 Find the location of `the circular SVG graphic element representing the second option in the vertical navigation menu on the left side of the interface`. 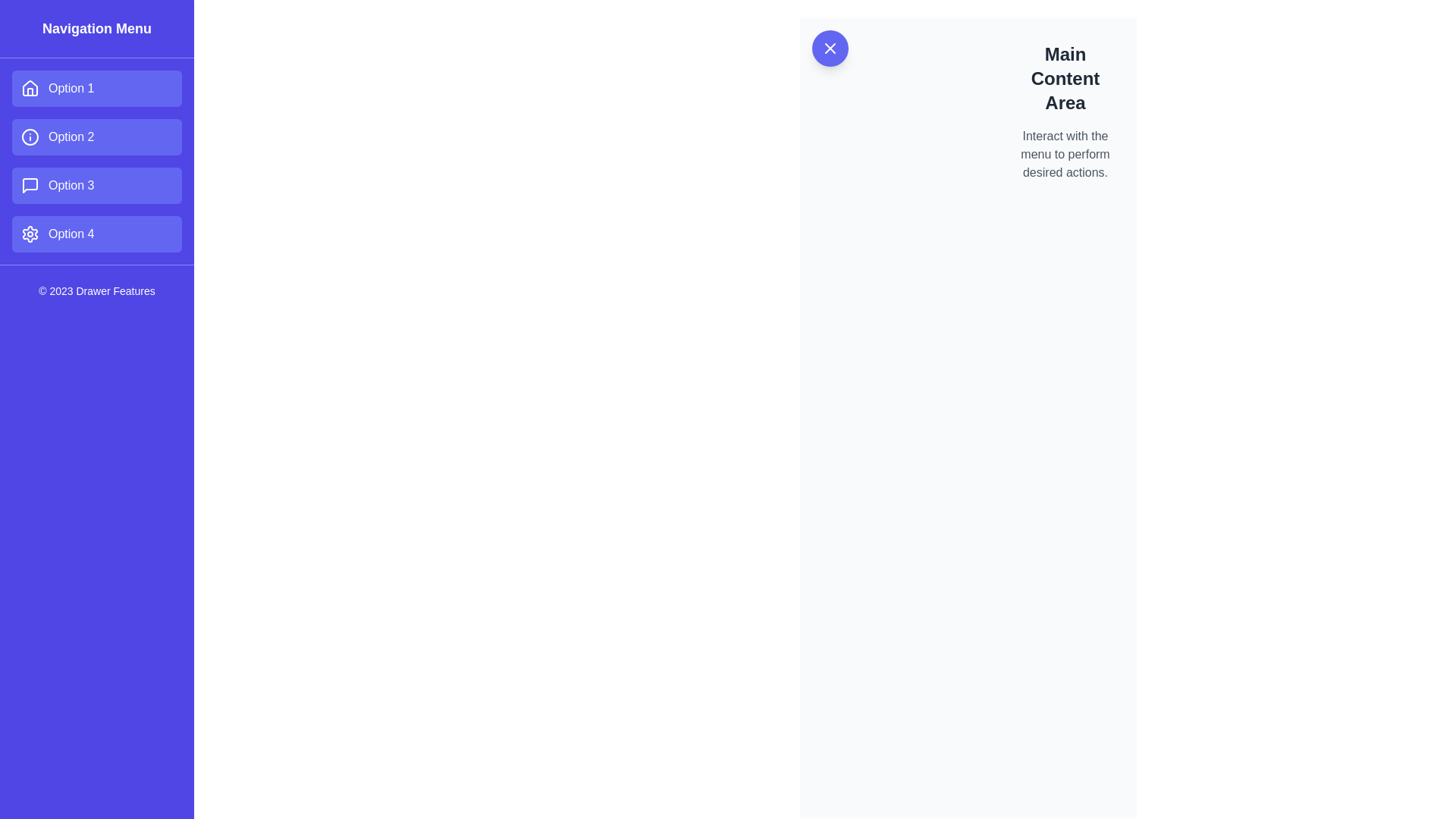

the circular SVG graphic element representing the second option in the vertical navigation menu on the left side of the interface is located at coordinates (30, 137).